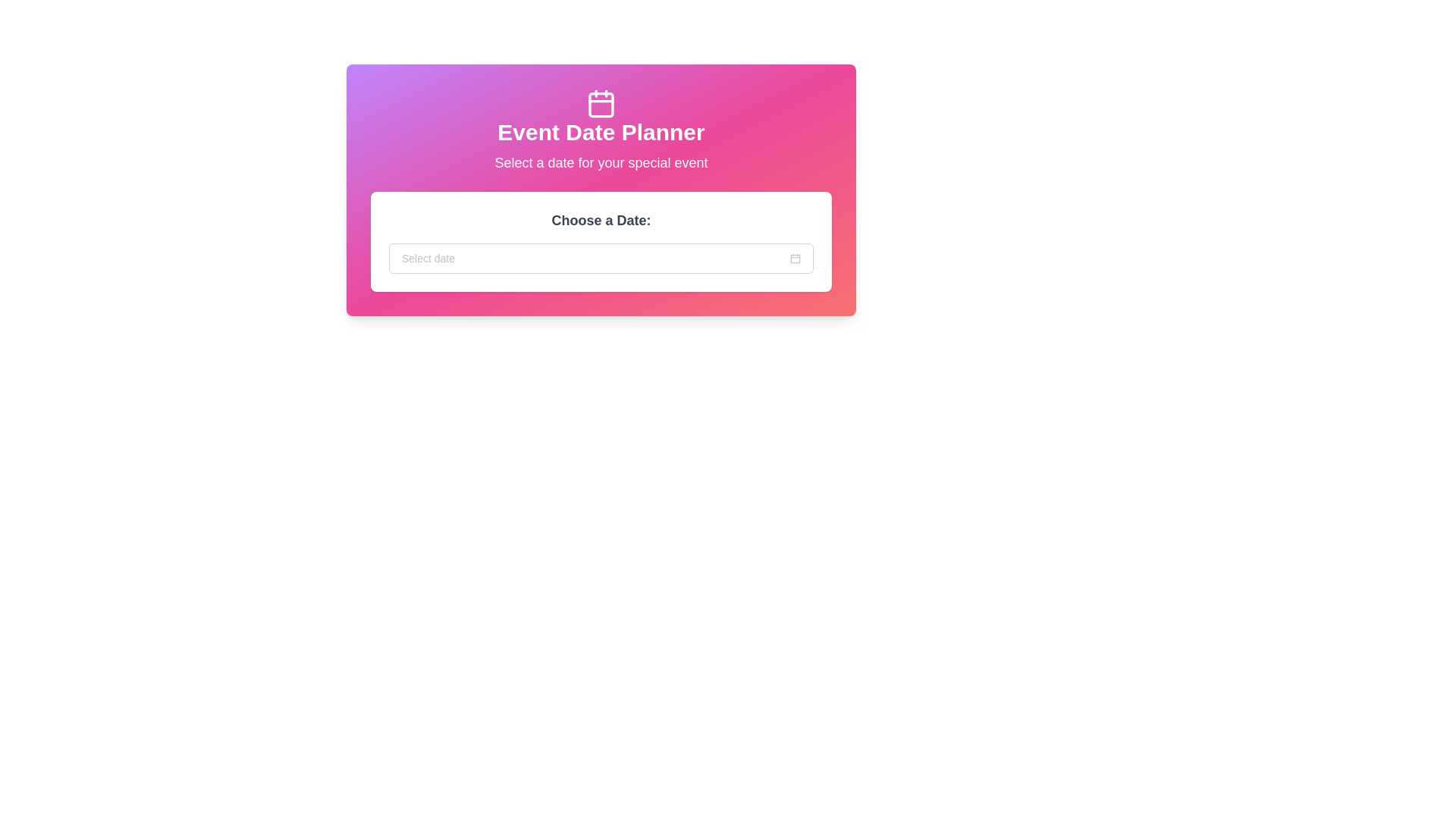 The image size is (1456, 819). What do you see at coordinates (600, 257) in the screenshot?
I see `the Date picker input field located below the 'Choose a Date:' text to allow for keyboard interaction` at bounding box center [600, 257].